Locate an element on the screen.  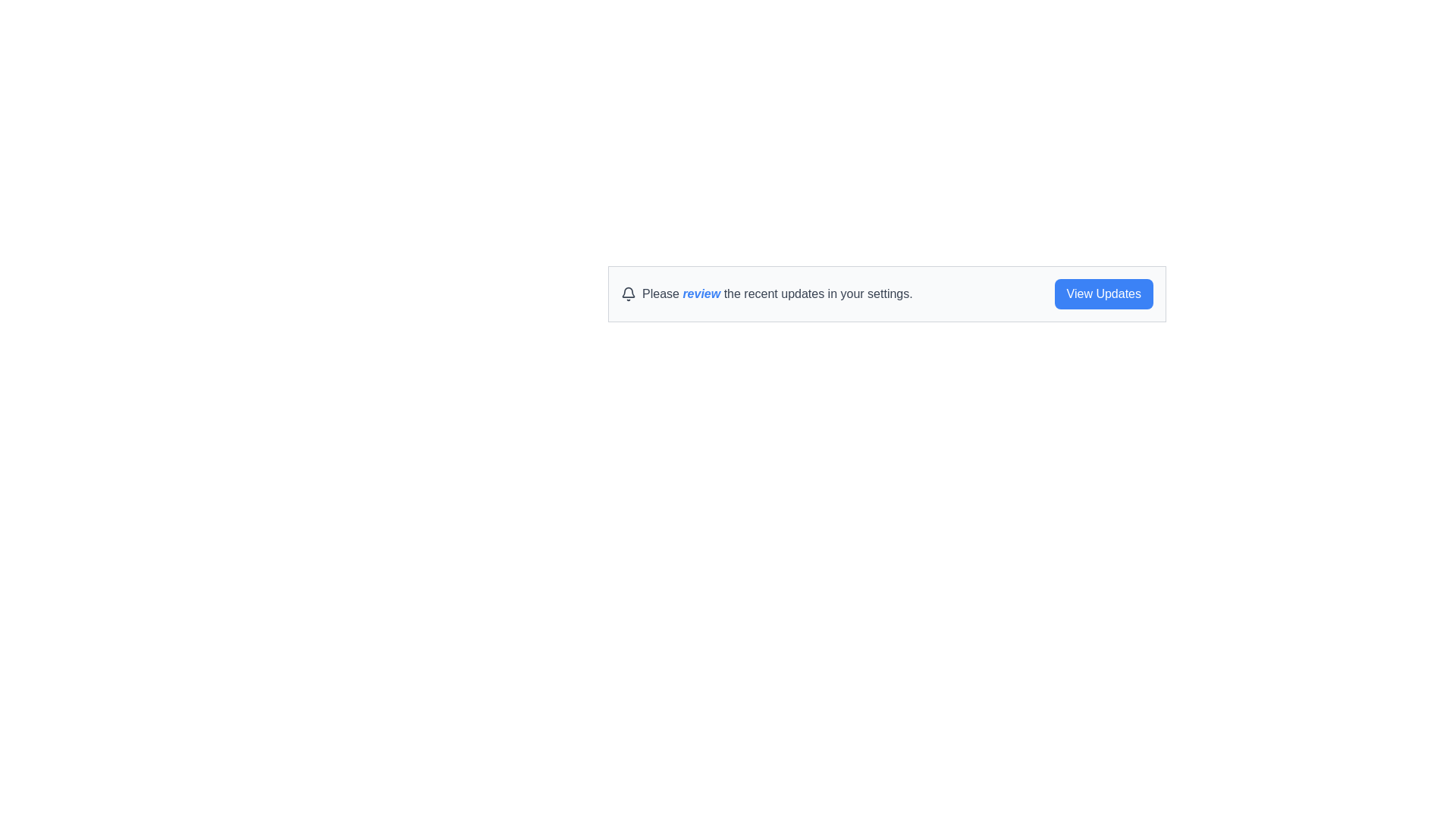
the button on the rightmost side of the bordered box is located at coordinates (1103, 294).